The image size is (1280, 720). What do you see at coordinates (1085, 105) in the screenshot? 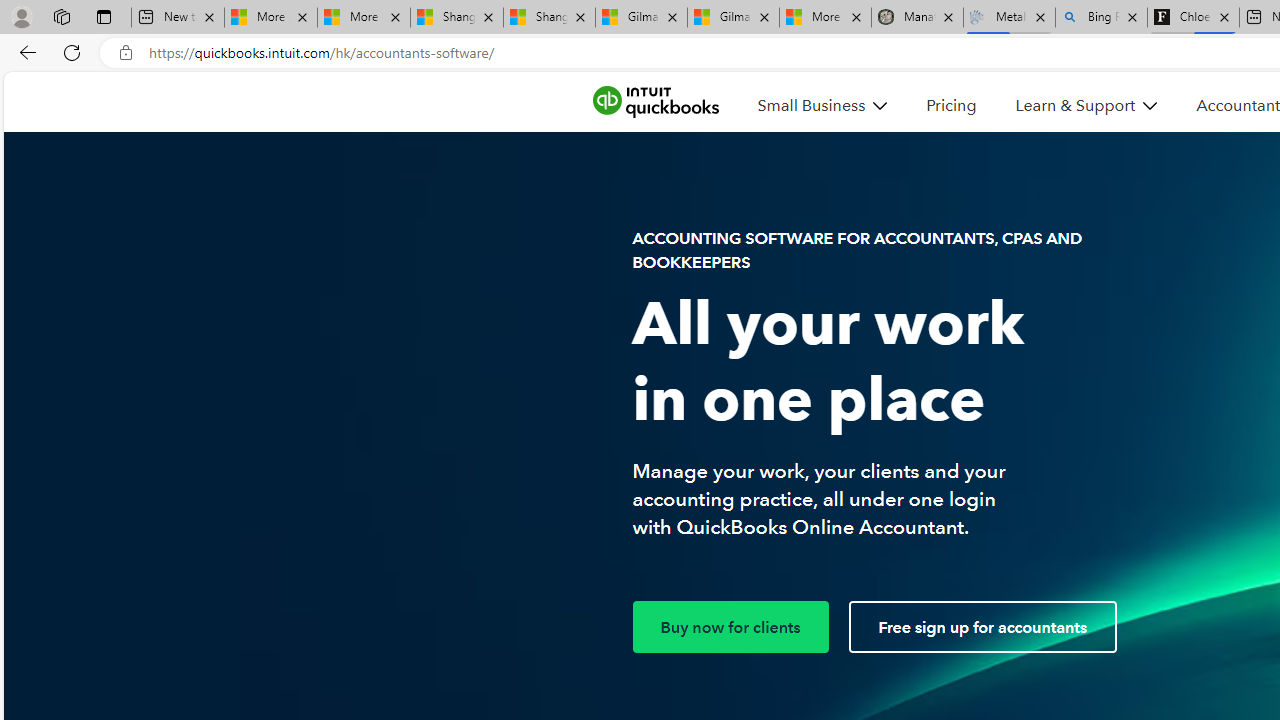
I see `'Learn & Support'` at bounding box center [1085, 105].